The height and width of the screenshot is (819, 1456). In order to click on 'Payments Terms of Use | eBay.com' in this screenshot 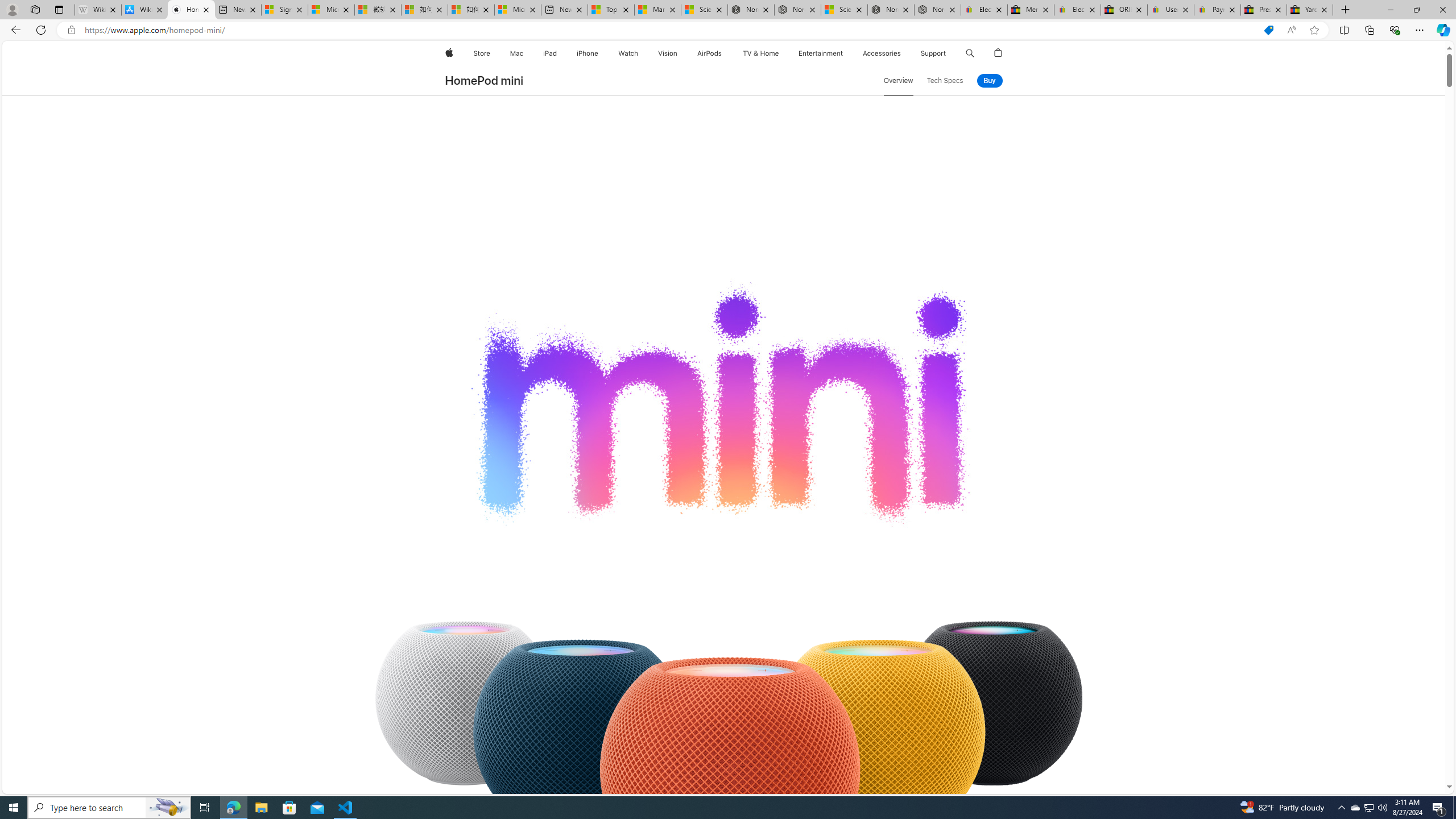, I will do `click(1217, 9)`.